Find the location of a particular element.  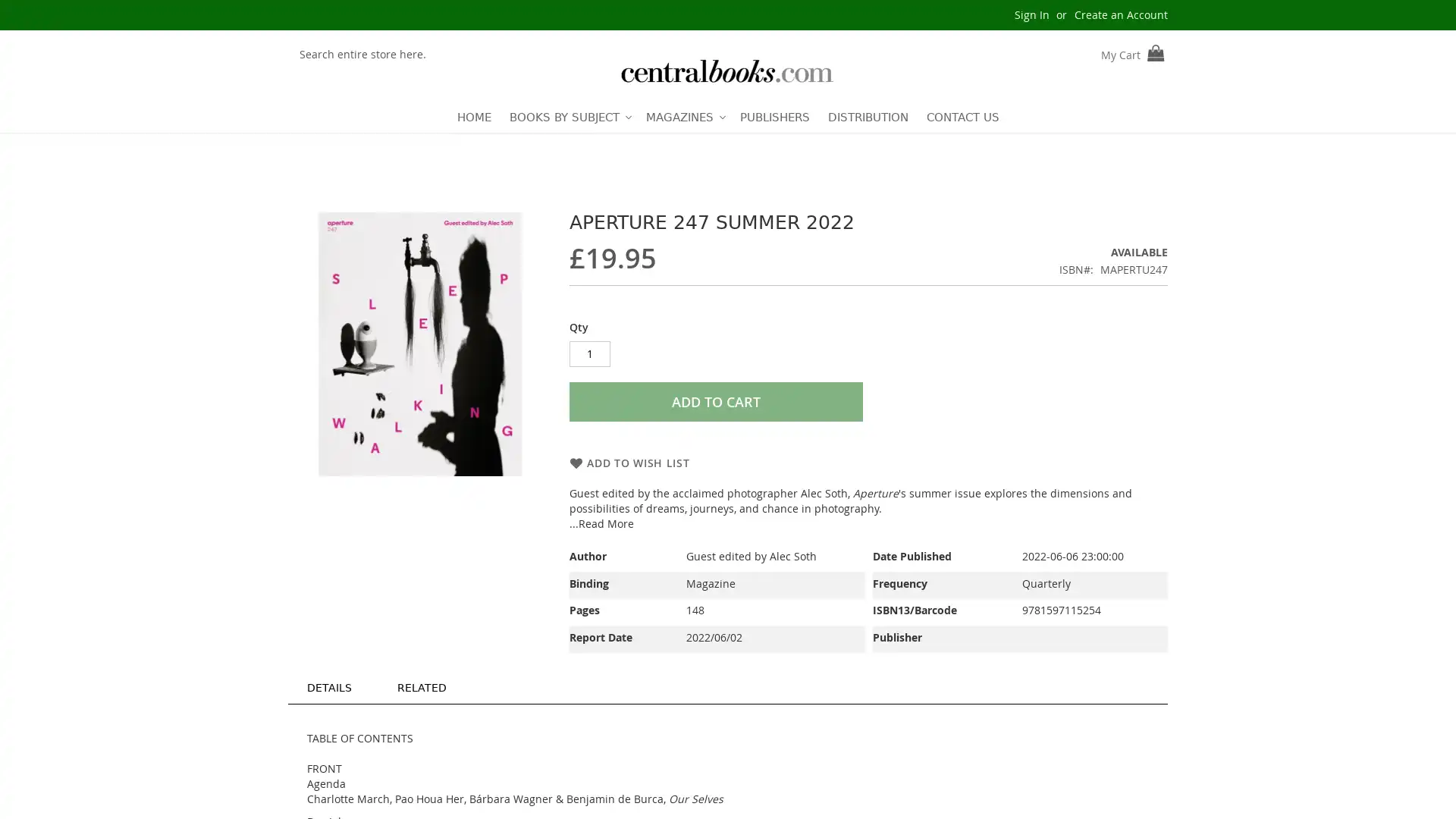

Next is located at coordinates (521, 344).